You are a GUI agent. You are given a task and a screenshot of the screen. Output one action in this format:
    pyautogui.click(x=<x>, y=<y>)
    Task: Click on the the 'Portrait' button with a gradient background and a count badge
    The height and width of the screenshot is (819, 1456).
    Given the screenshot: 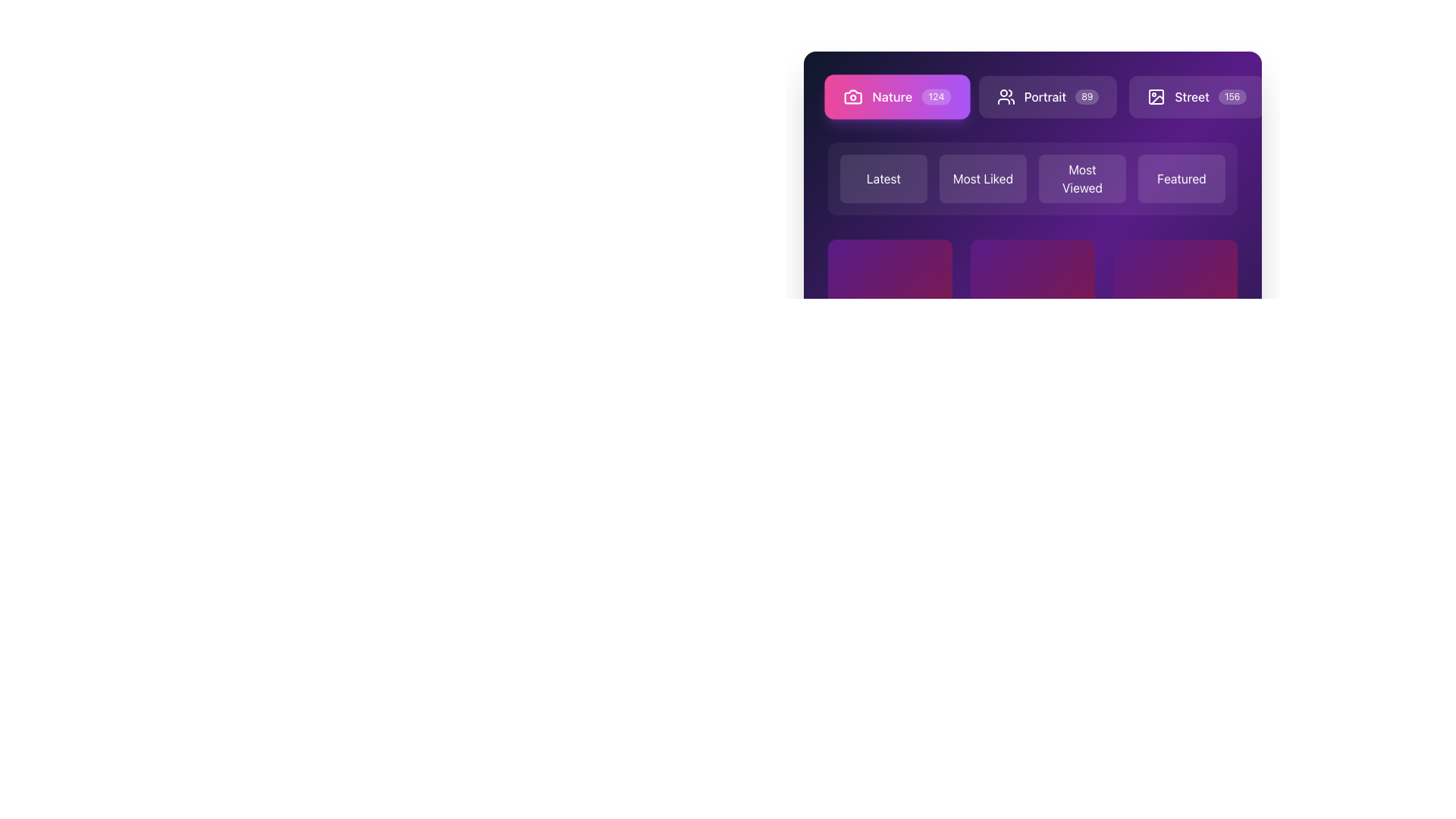 What is the action you would take?
    pyautogui.click(x=1032, y=96)
    